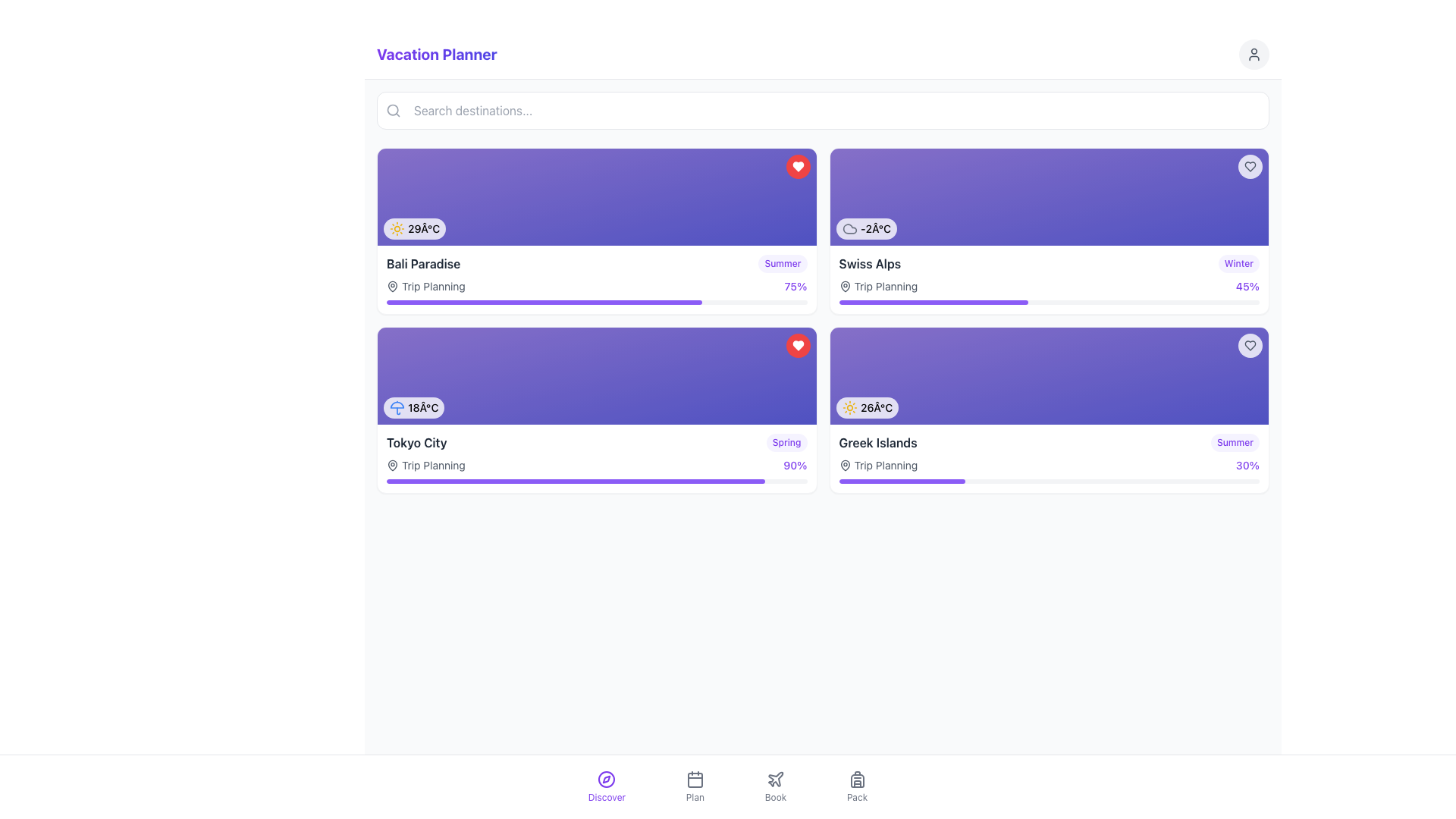  What do you see at coordinates (1048, 196) in the screenshot?
I see `the weather card element displaying a temperature of '-2°C'` at bounding box center [1048, 196].